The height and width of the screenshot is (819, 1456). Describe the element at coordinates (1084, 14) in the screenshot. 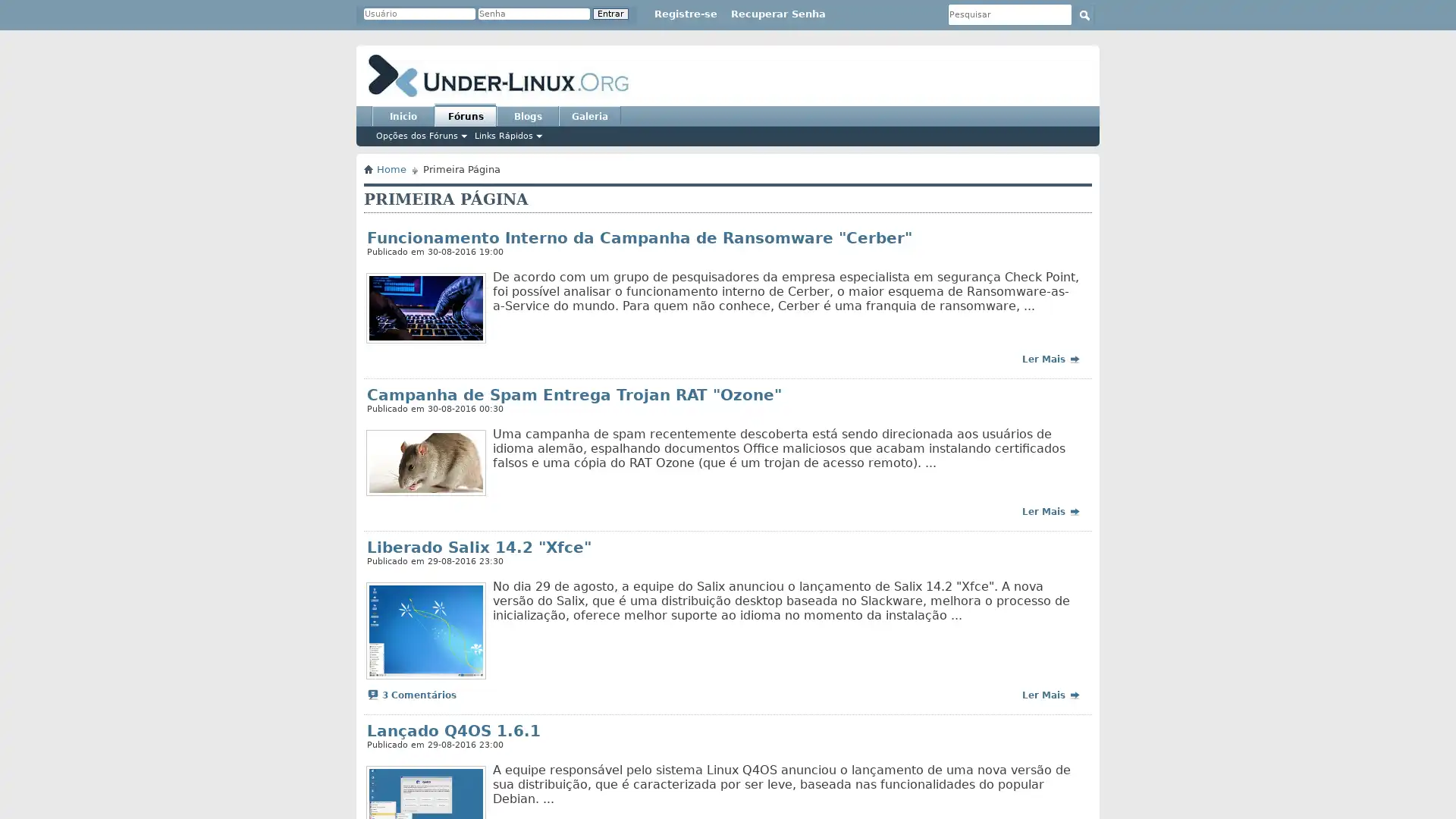

I see `Submit` at that location.